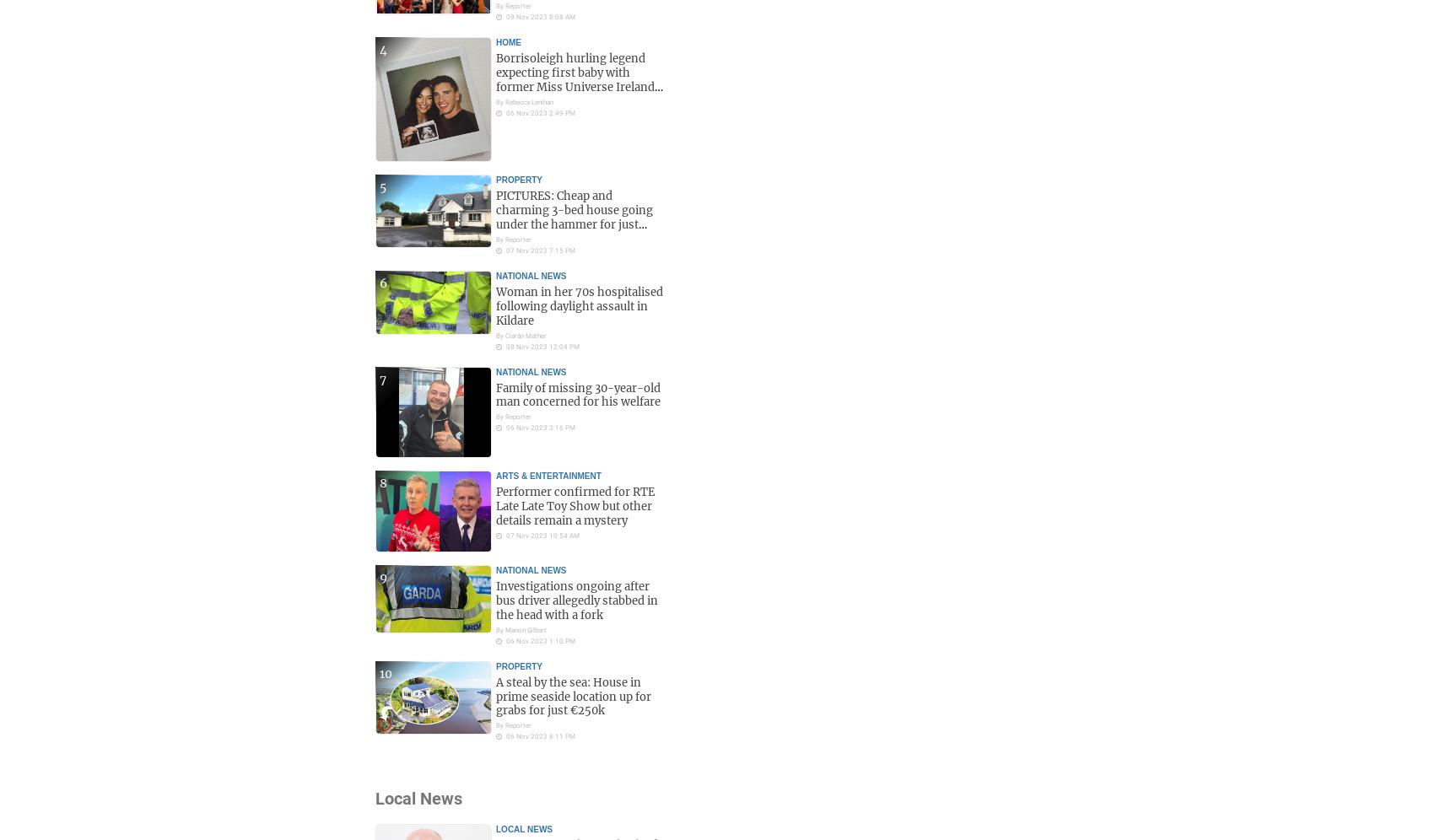 This screenshot has height=840, width=1430. I want to click on 'Borrisoleigh hurling legend expecting first baby with former Miss Universe Ireland partner', so click(575, 79).